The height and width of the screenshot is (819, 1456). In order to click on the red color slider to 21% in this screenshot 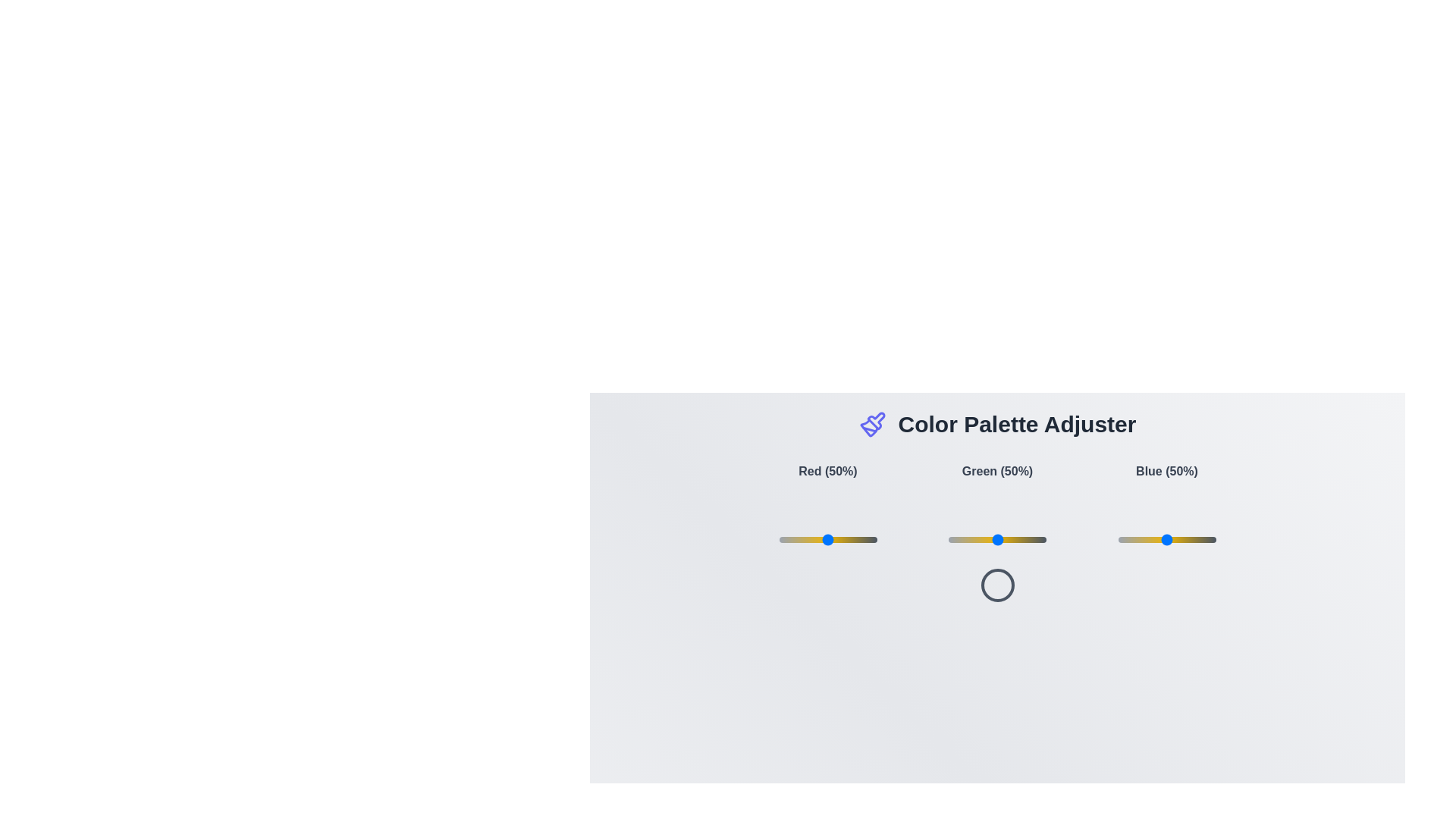, I will do `click(799, 539)`.